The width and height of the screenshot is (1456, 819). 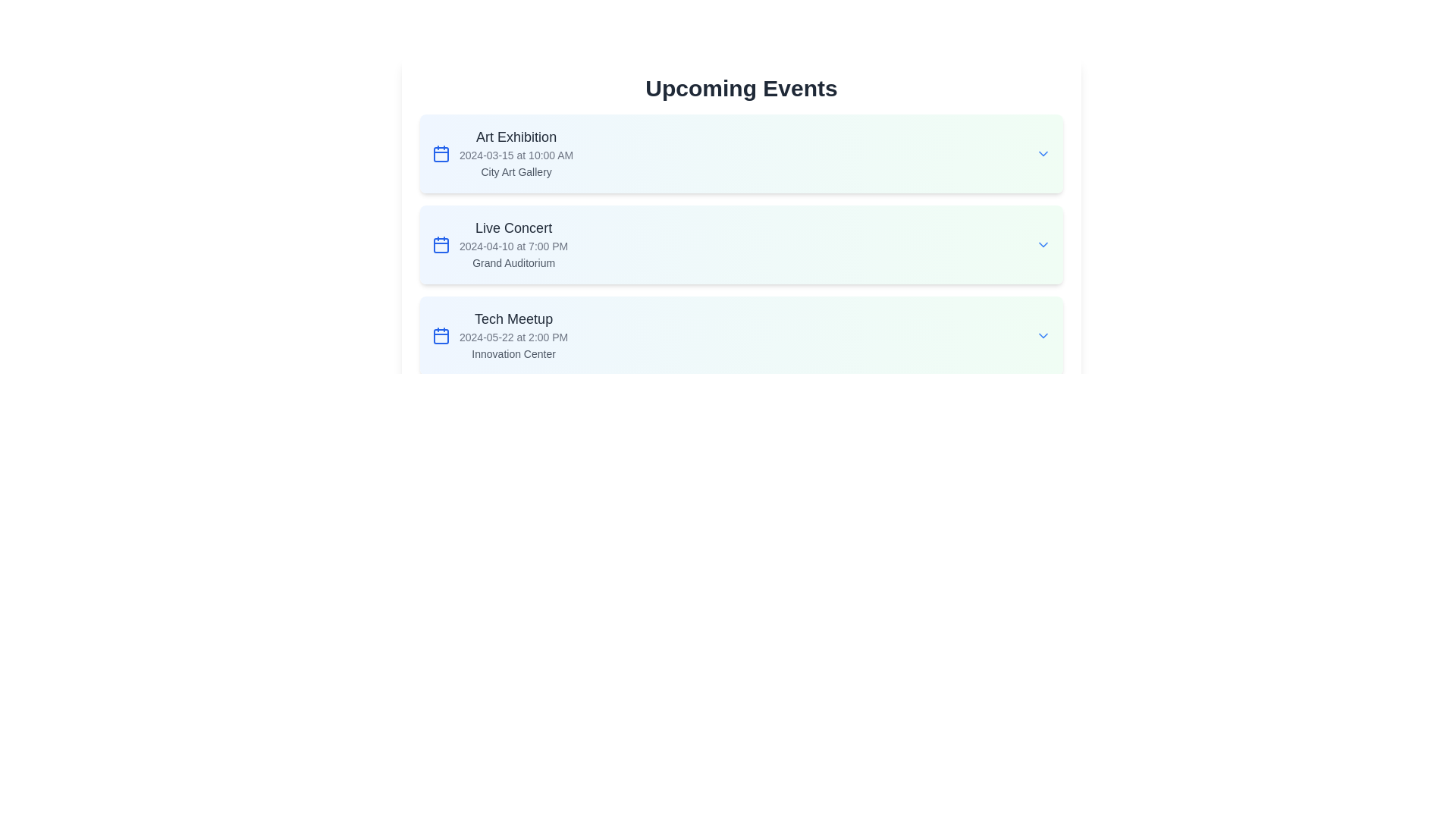 What do you see at coordinates (513, 335) in the screenshot?
I see `the informational text block detailing the 'Tech Meetup', which is the third element in the list of upcoming events below the heading 'Upcoming Events'` at bounding box center [513, 335].